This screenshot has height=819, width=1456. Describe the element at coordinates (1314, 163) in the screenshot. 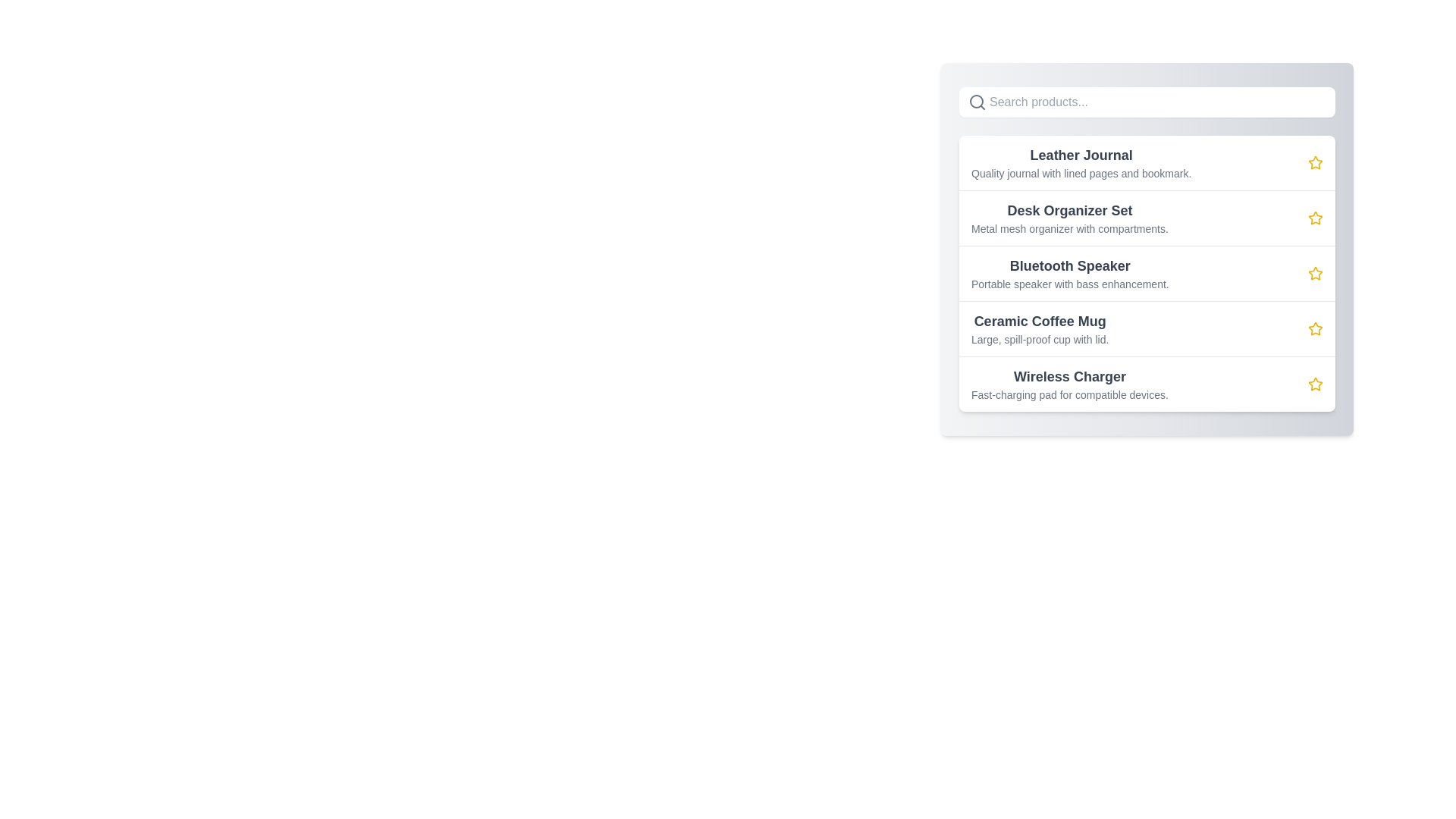

I see `the star icon located at the far right of the 'Leather Journal' label` at that location.